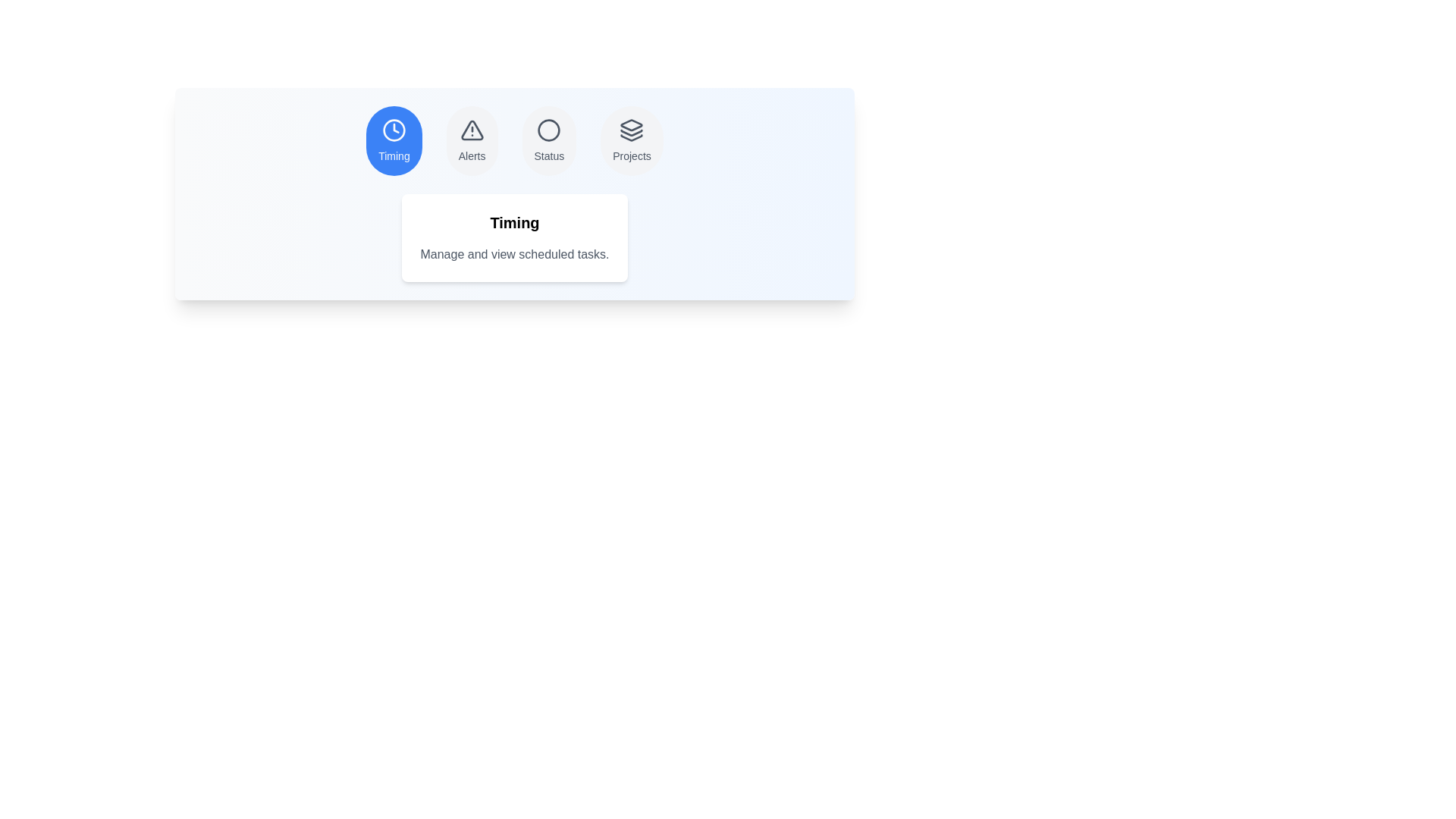 The width and height of the screenshot is (1456, 819). I want to click on the tab labeled Projects to observe the hover effect, so click(632, 140).